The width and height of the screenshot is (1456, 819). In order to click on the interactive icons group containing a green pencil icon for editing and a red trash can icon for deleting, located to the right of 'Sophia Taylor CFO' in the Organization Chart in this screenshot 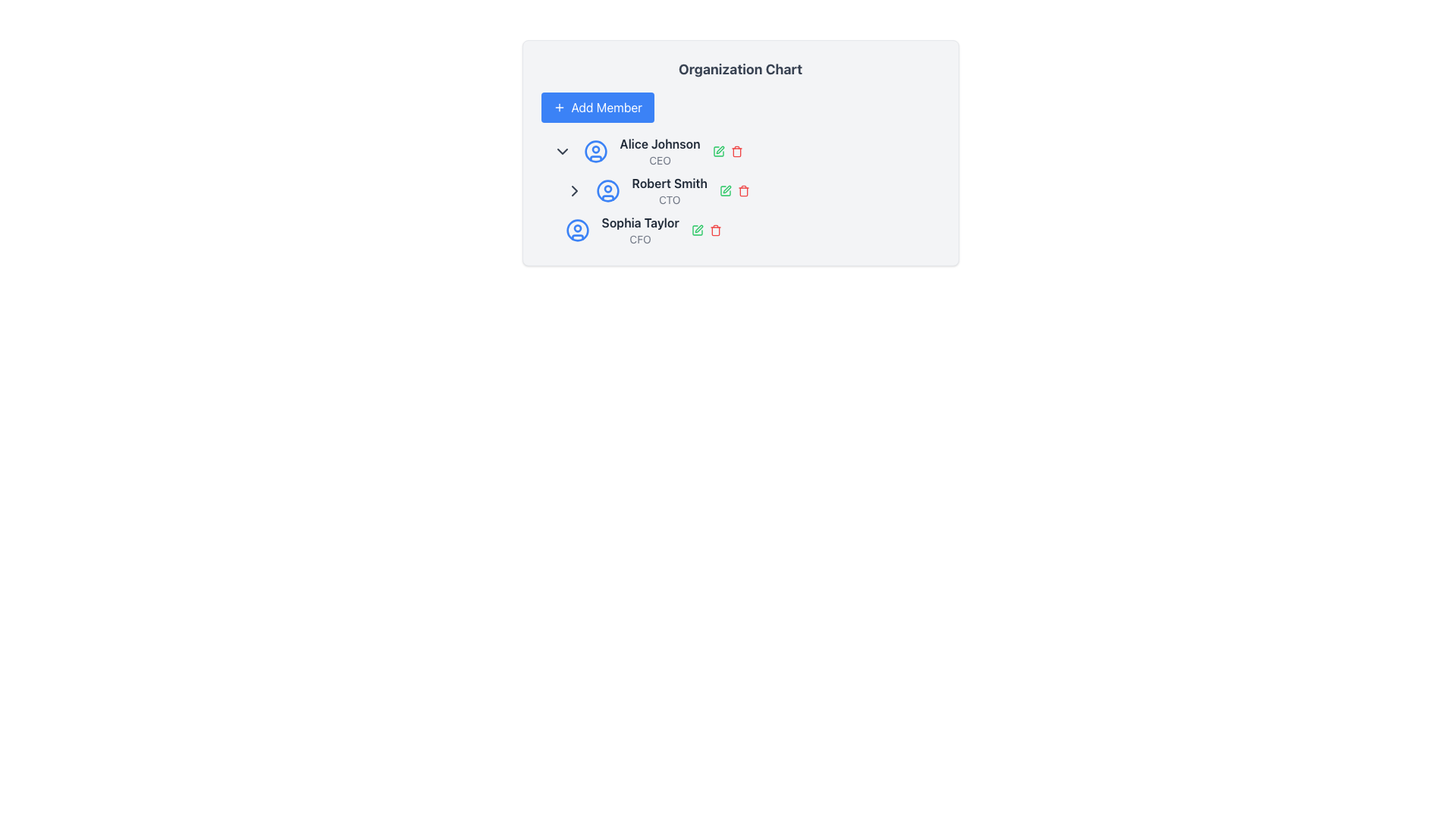, I will do `click(705, 231)`.